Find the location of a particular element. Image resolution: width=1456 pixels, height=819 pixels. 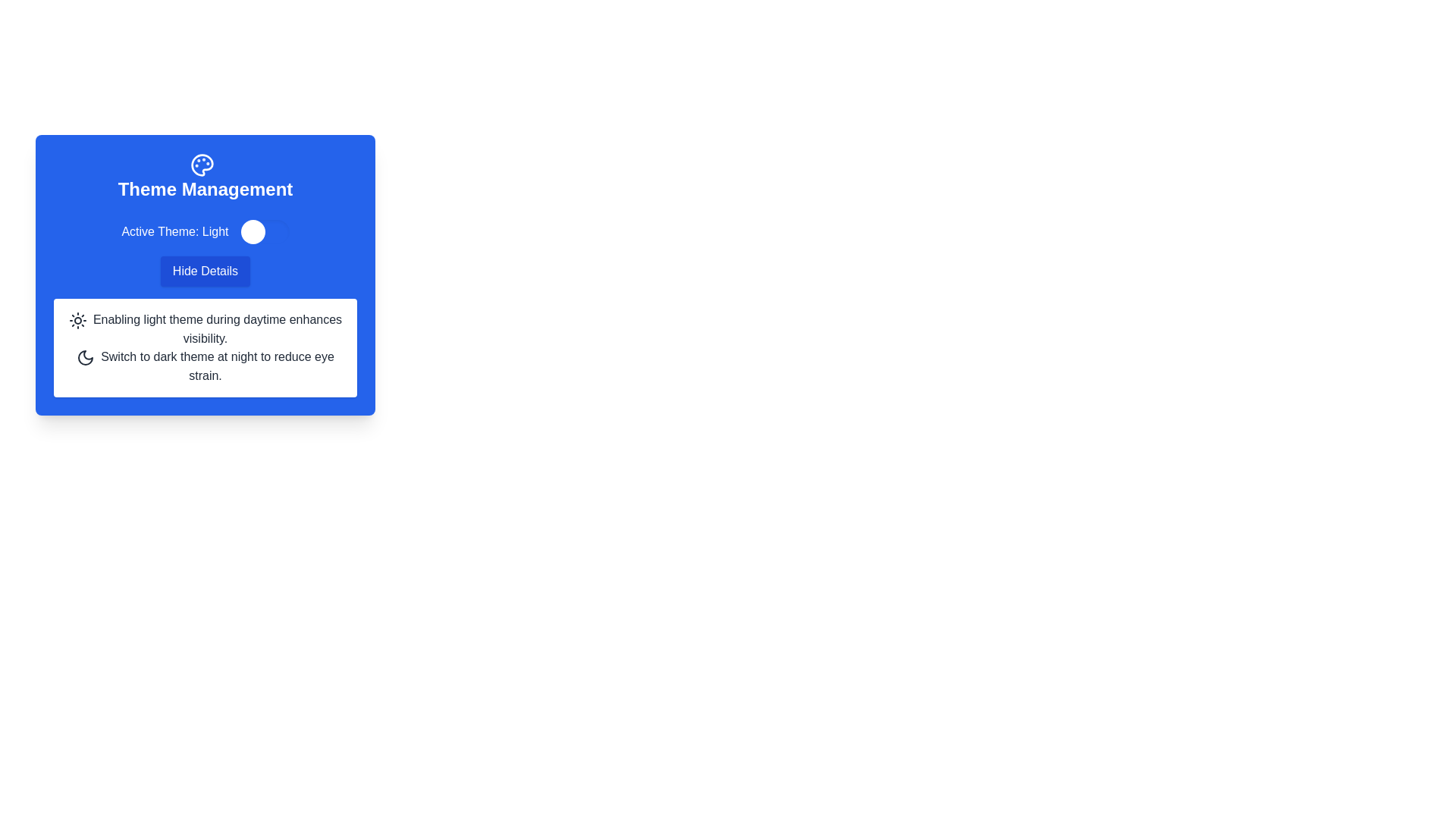

the small moon icon styled as an outline with a crescent shape is located at coordinates (85, 357).